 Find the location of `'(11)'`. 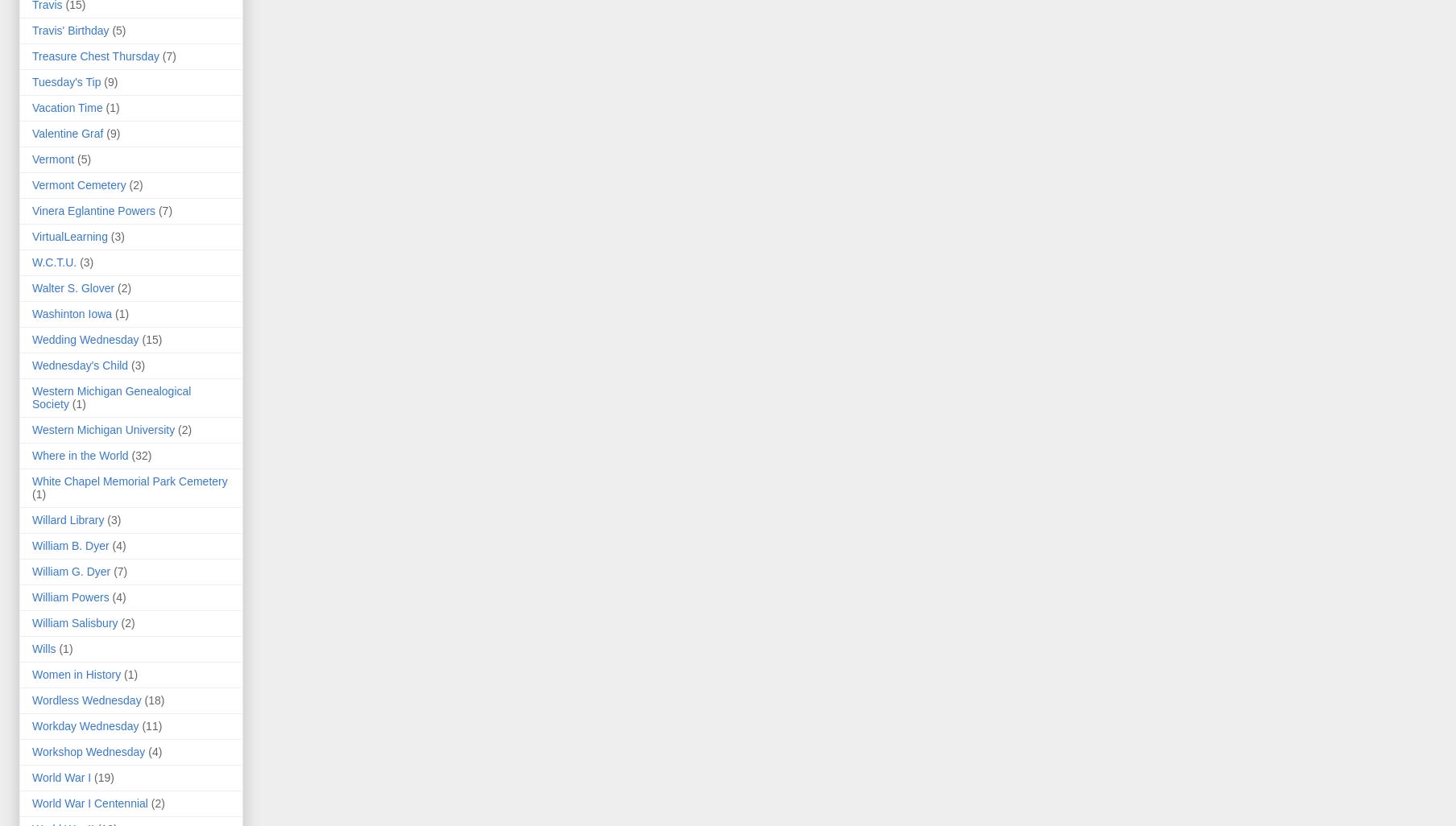

'(11)' is located at coordinates (141, 725).